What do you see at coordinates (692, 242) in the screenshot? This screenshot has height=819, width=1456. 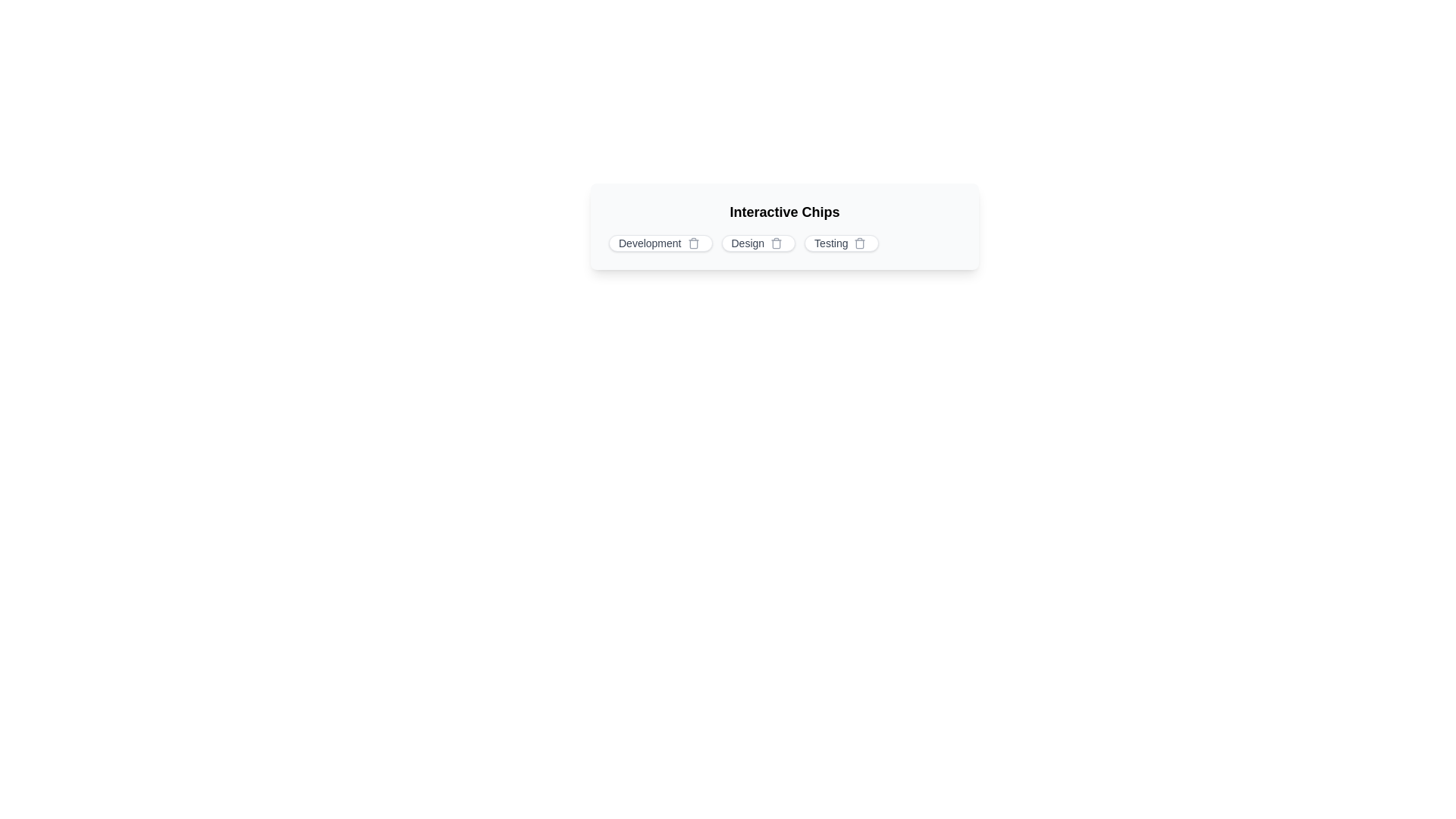 I see `the trash icon of the chip labeled Development to remove it` at bounding box center [692, 242].